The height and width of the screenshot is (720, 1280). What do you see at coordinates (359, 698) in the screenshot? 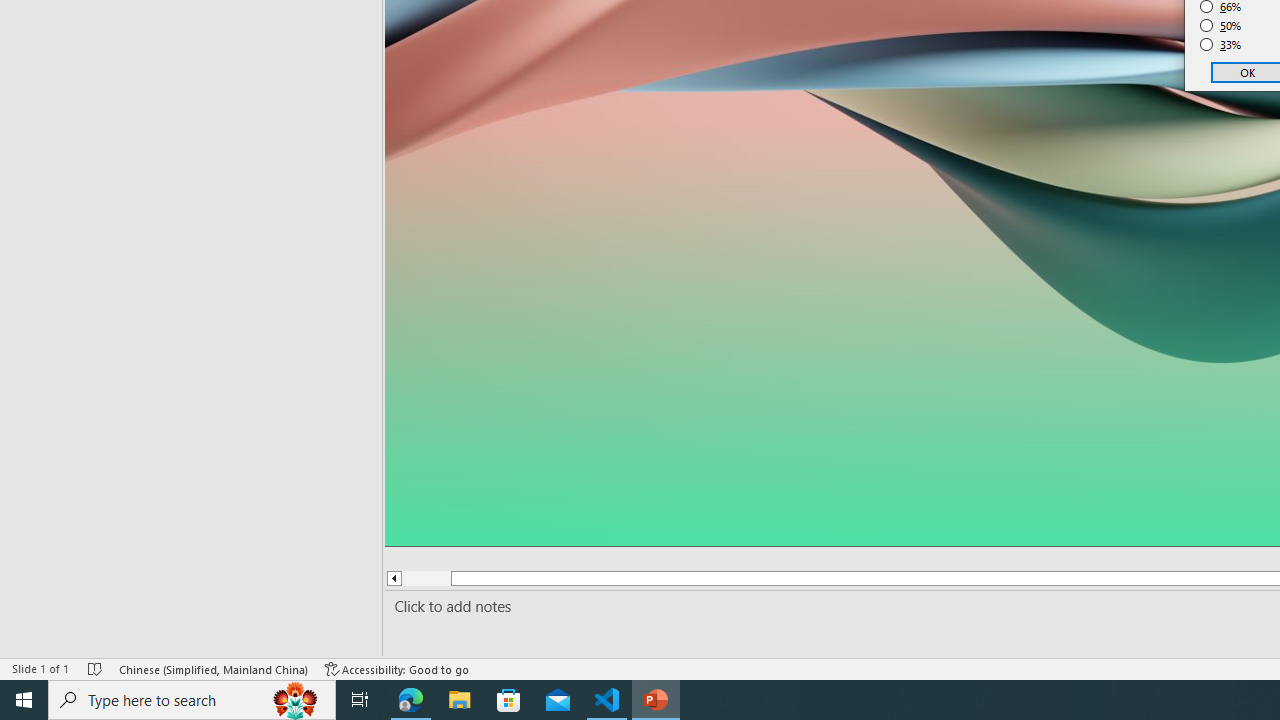
I see `'Task View'` at bounding box center [359, 698].